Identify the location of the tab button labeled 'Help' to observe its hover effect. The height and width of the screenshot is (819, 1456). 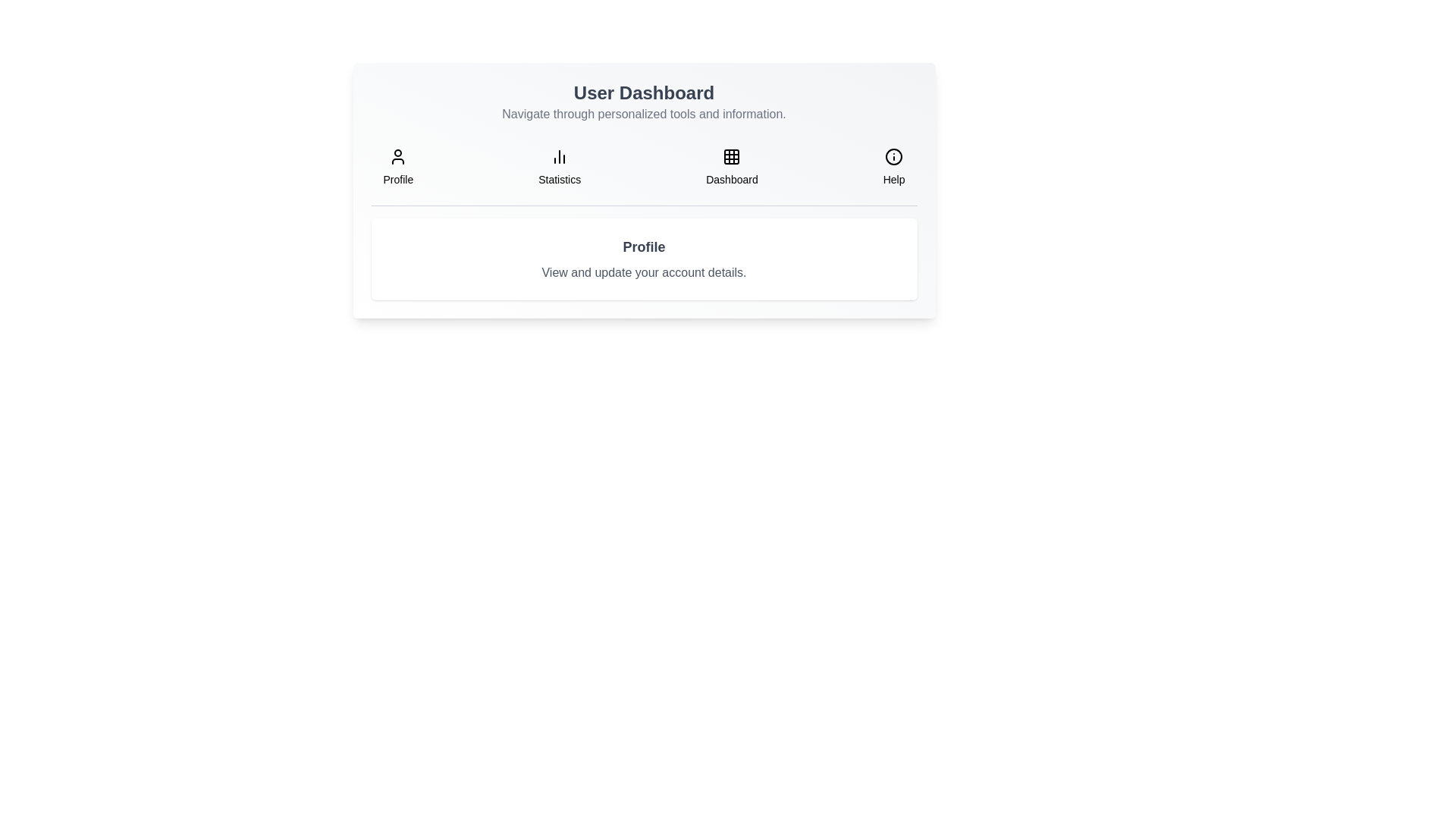
(894, 167).